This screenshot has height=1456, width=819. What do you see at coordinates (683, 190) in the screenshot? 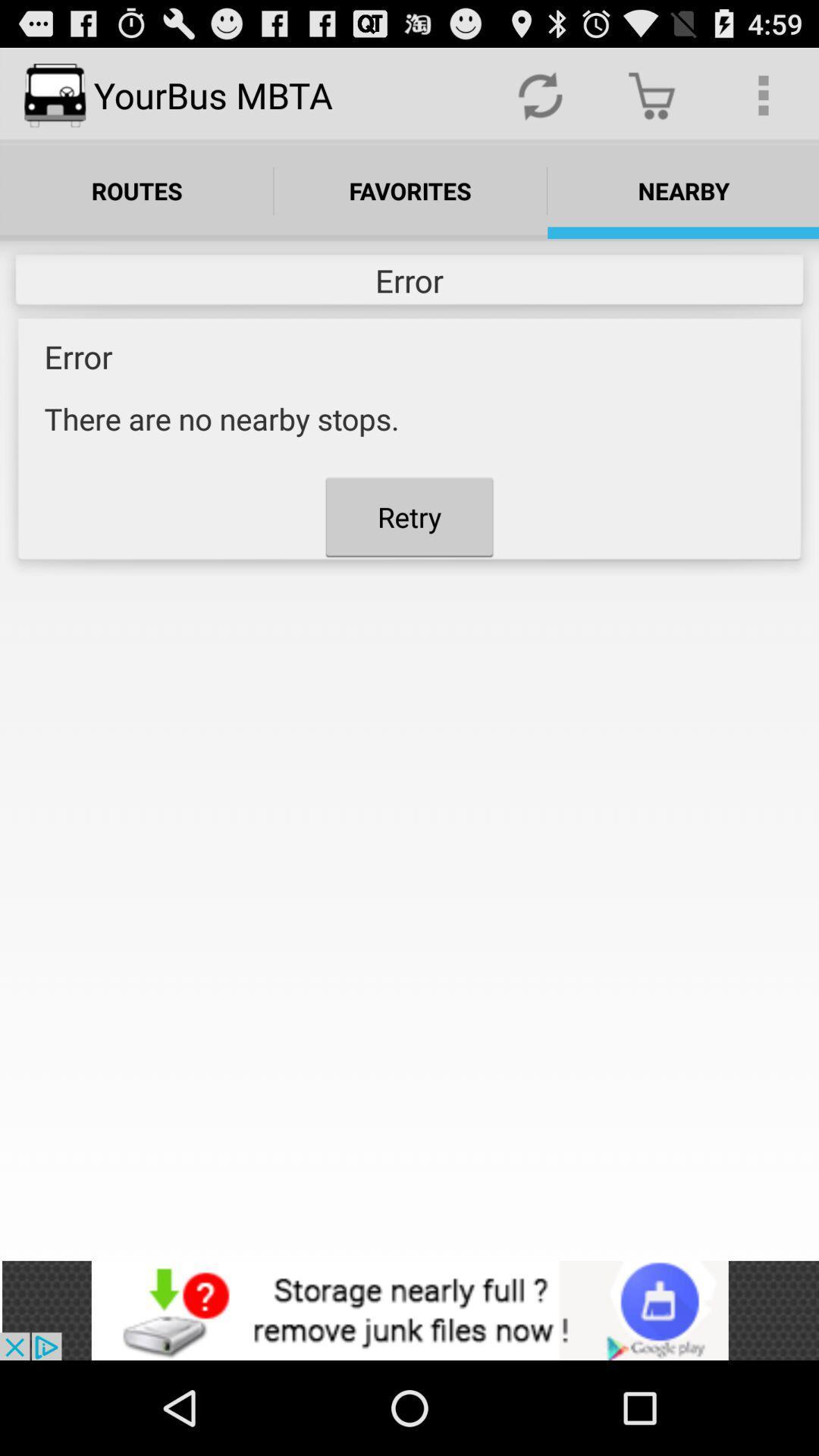
I see `text nearby` at bounding box center [683, 190].